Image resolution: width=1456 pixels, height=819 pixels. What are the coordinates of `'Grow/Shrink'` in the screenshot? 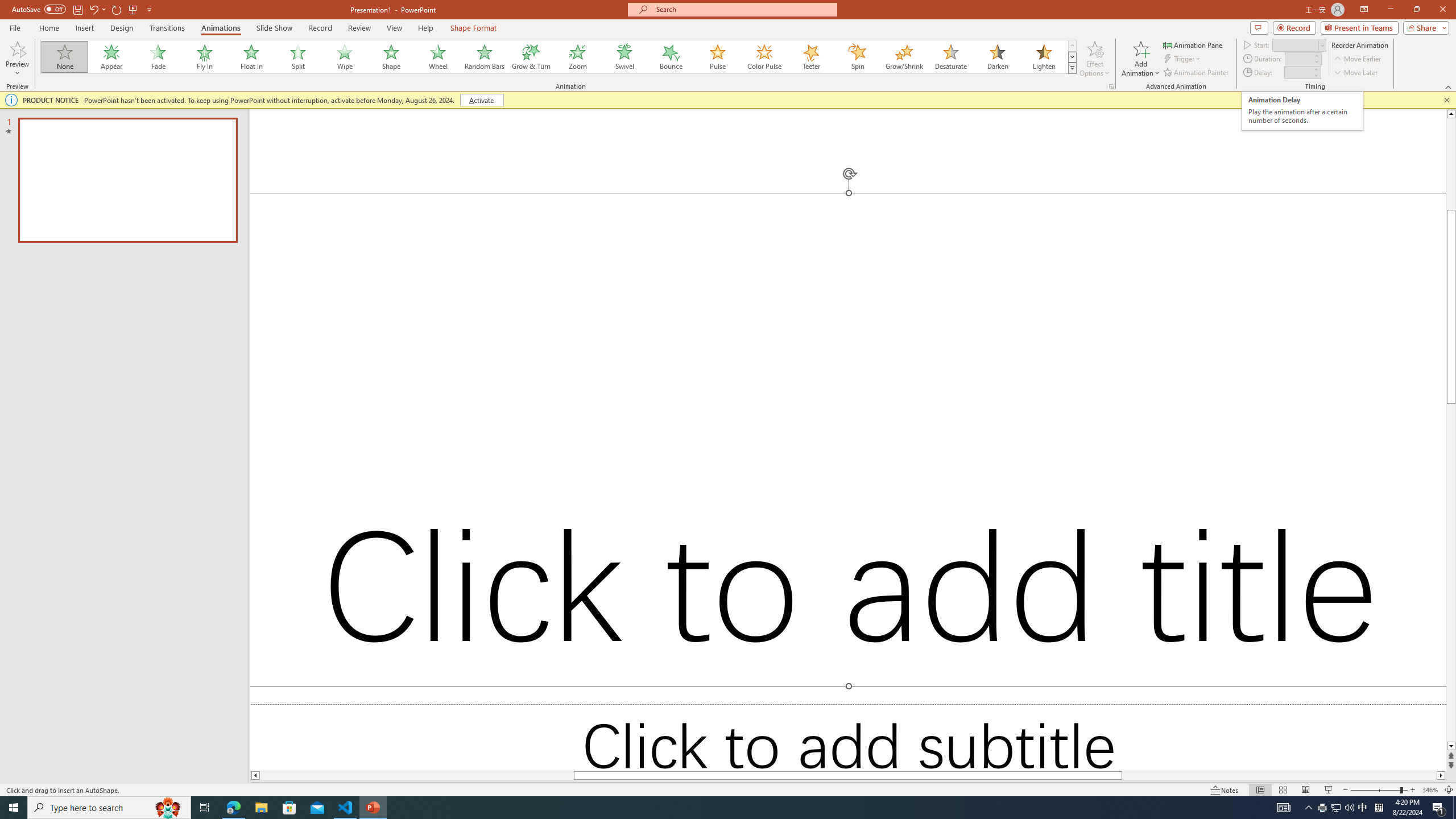 It's located at (904, 56).